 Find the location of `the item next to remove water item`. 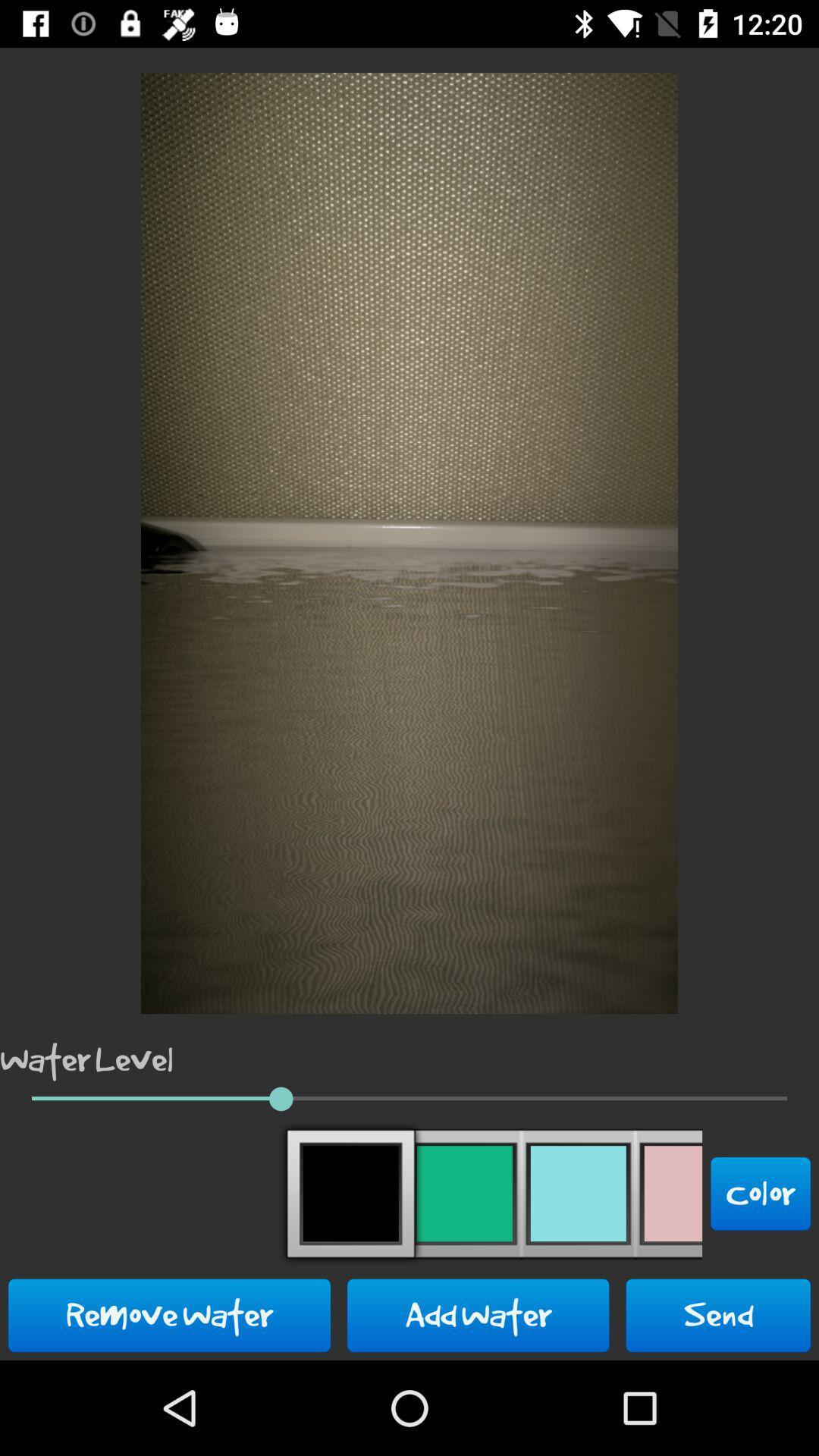

the item next to remove water item is located at coordinates (478, 1314).